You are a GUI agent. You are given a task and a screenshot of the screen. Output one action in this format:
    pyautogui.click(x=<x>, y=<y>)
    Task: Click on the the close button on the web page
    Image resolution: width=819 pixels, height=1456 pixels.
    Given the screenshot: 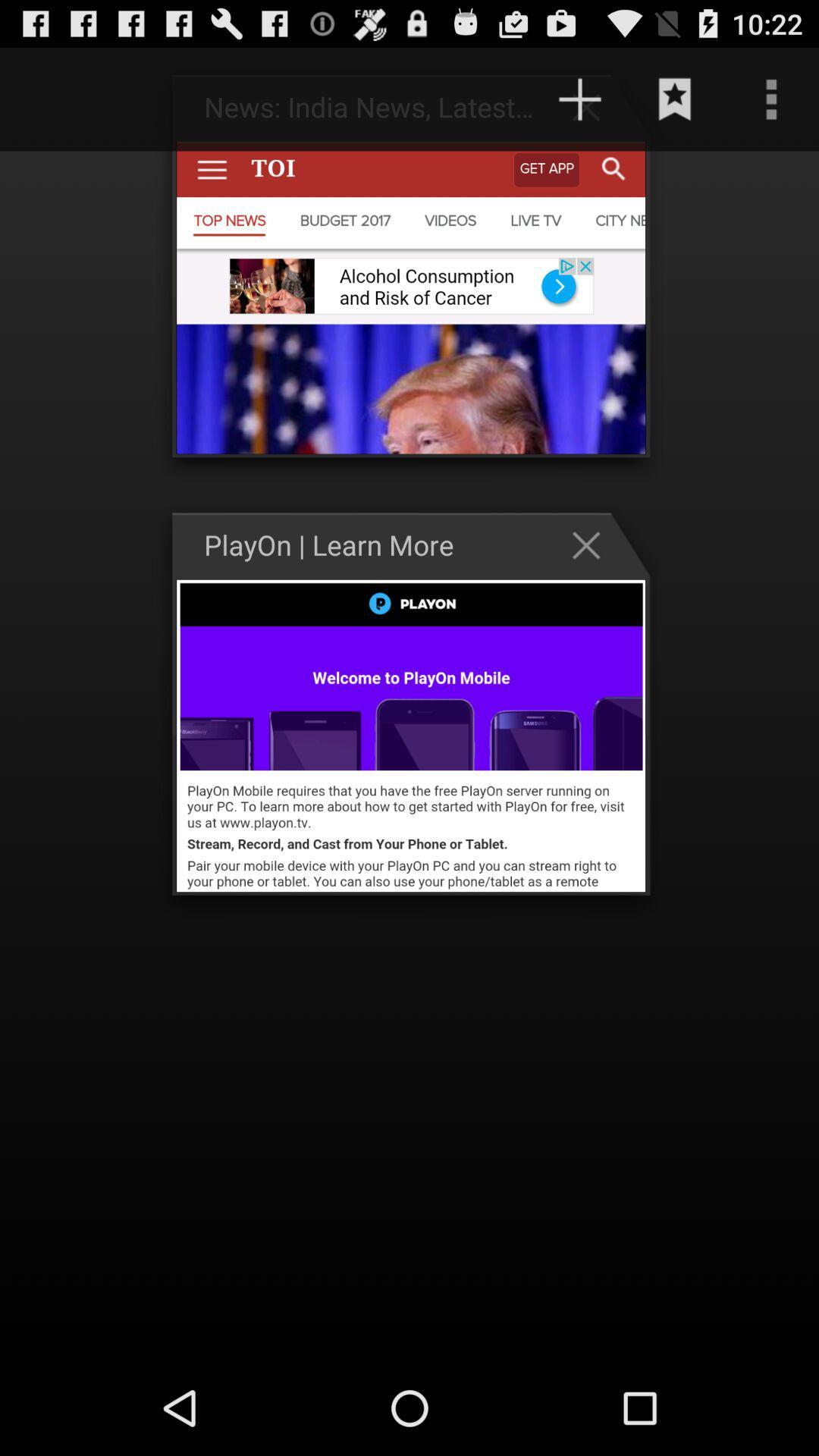 What is the action you would take?
    pyautogui.click(x=593, y=545)
    